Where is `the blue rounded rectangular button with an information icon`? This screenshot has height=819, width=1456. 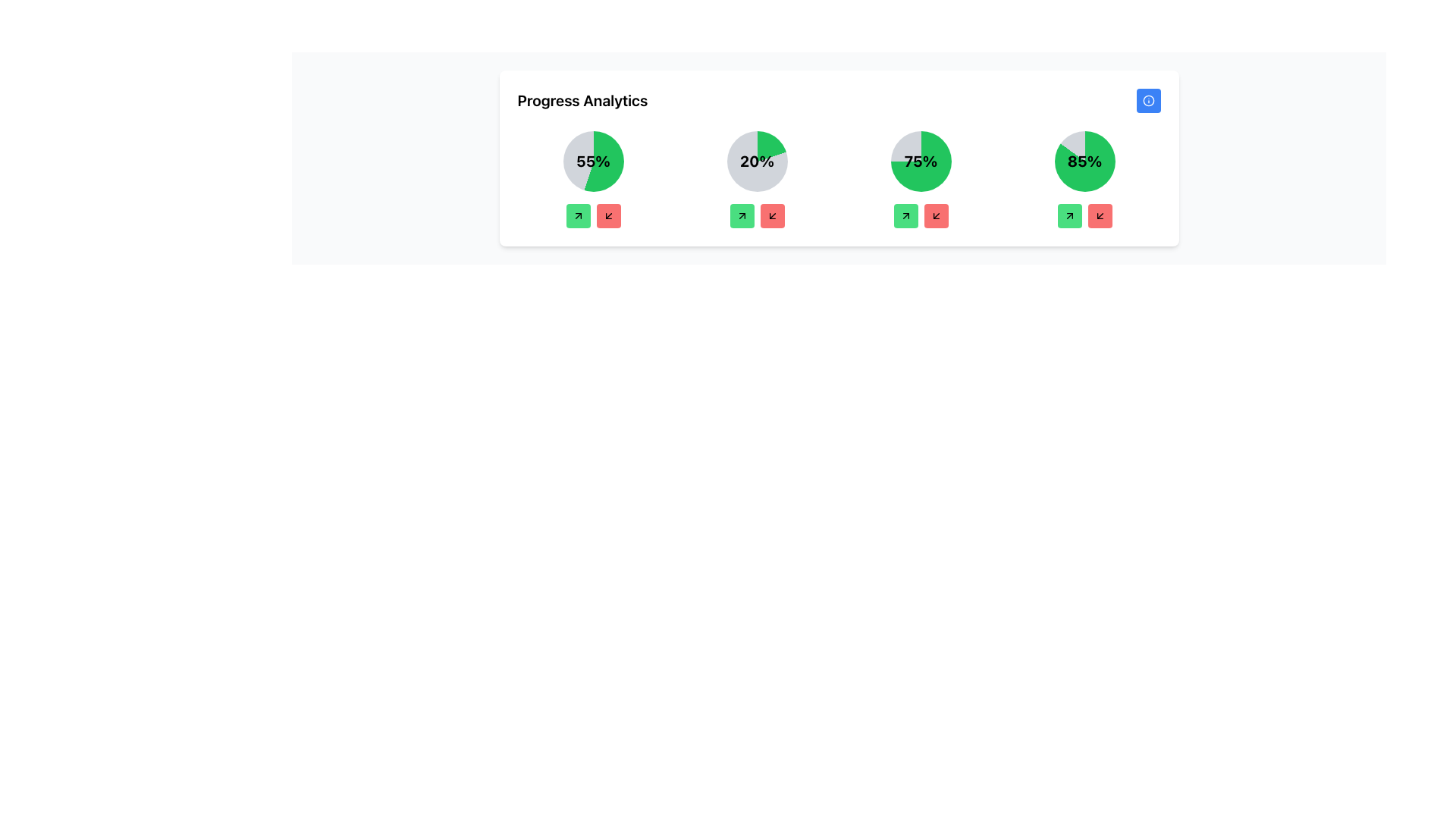
the blue rounded rectangular button with an information icon is located at coordinates (1148, 100).